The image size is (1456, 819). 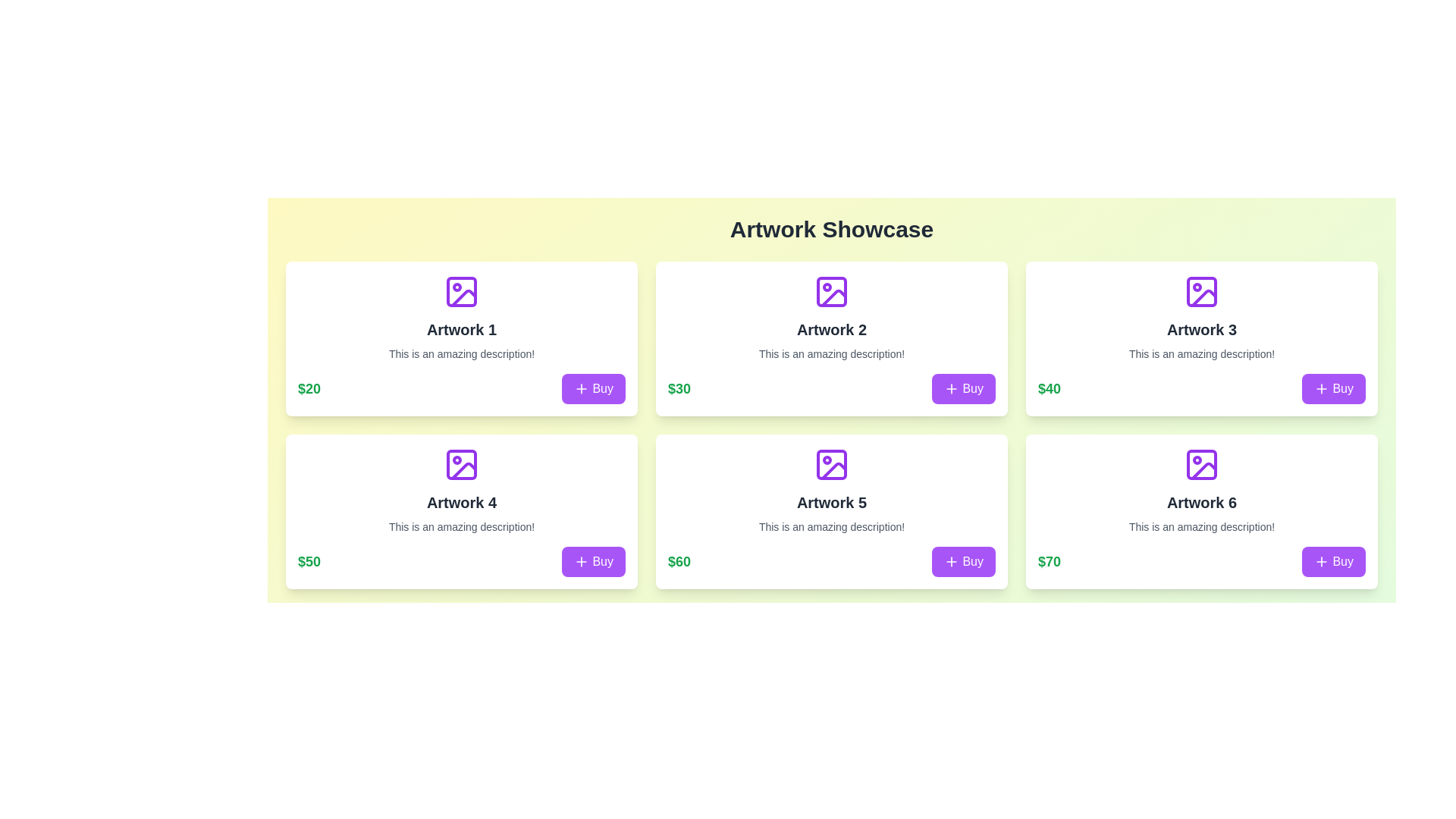 I want to click on the 'Add to Cart' button for 'Artwork 3', so click(x=1333, y=388).